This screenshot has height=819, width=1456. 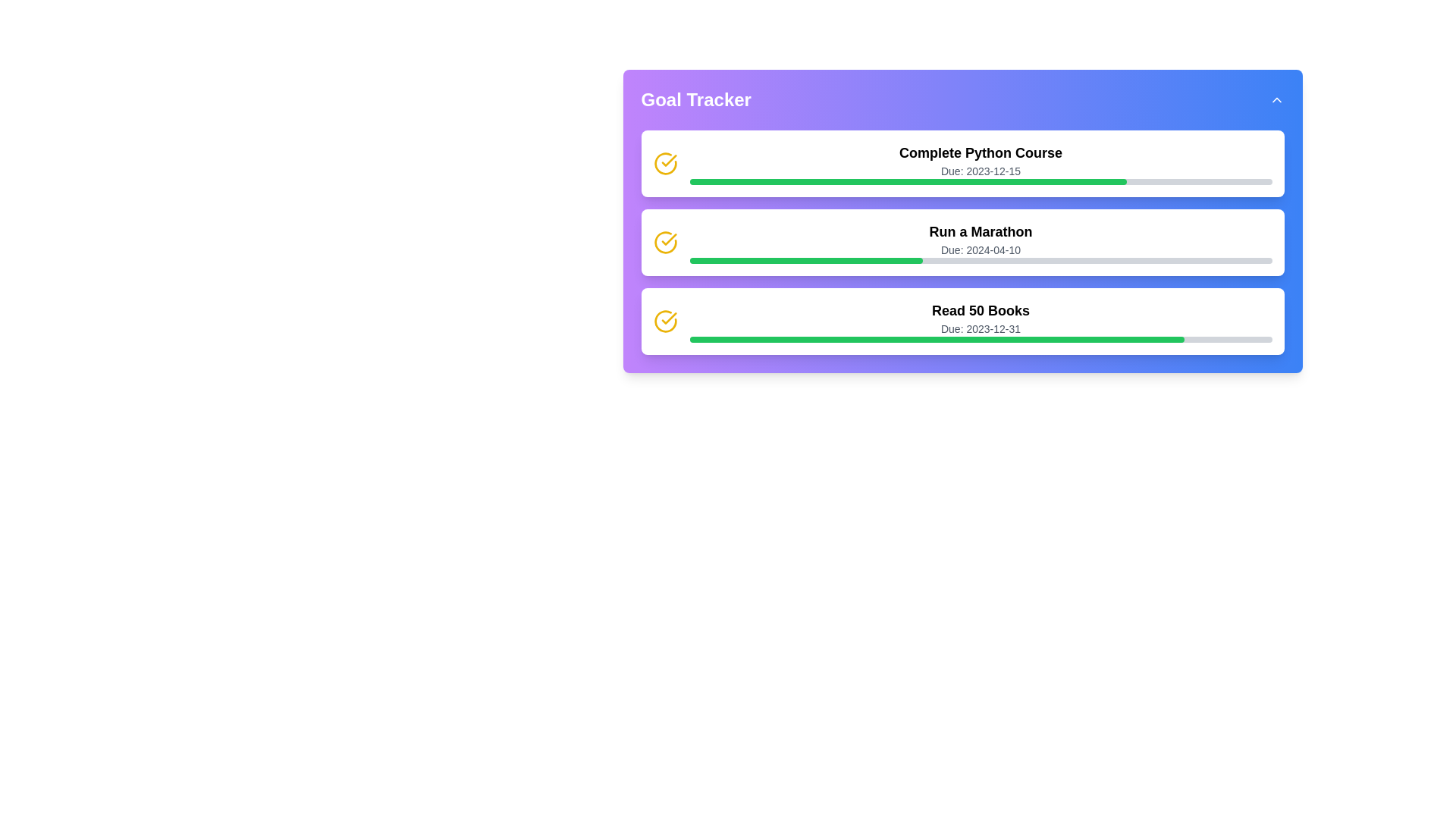 I want to click on the checkmark icon located in the uppermost card of the list, positioned to the extreme left adjacent to the text block, so click(x=665, y=164).